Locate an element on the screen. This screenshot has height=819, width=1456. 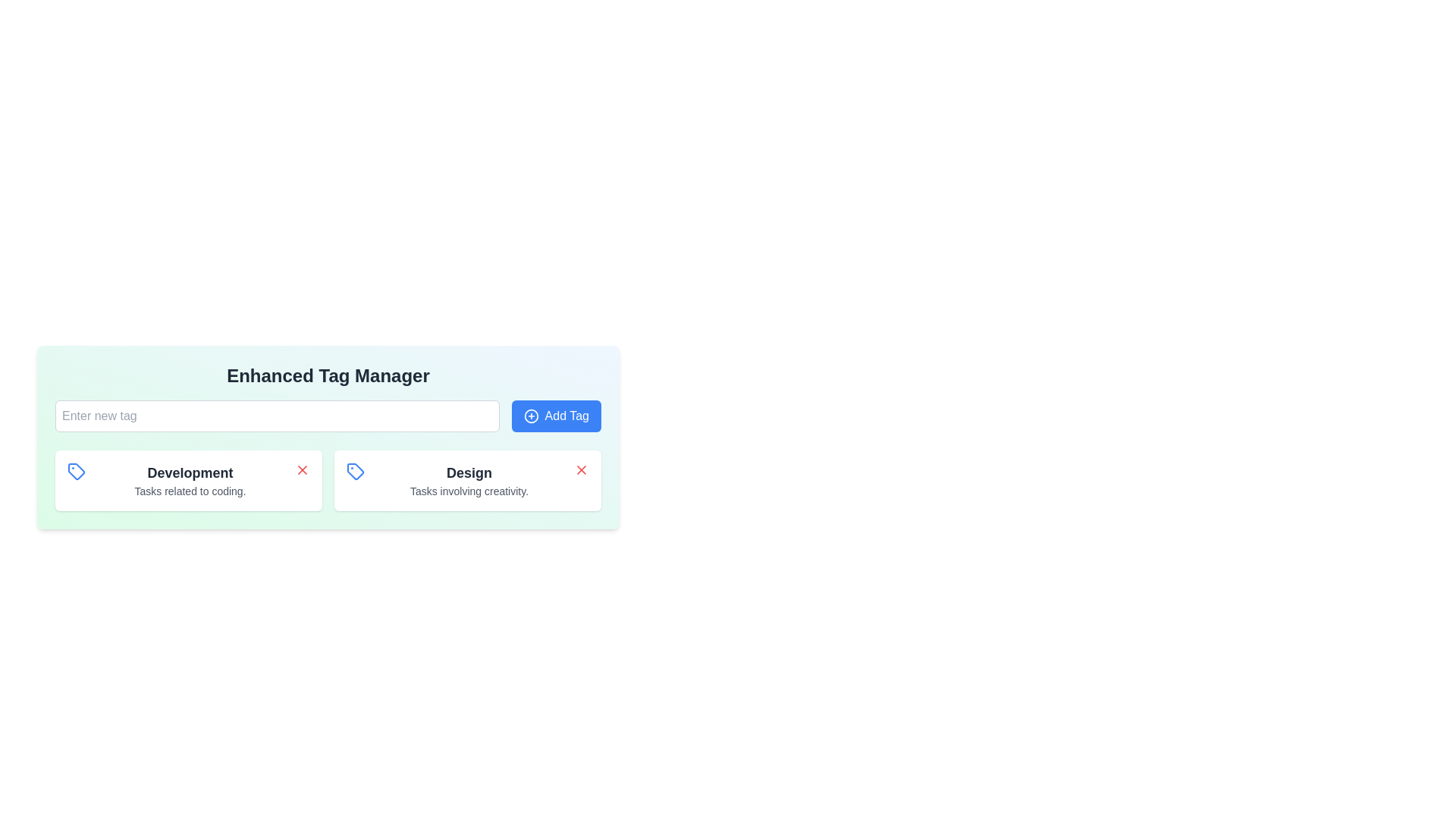
the uppermost and largest decorative vector graphic element located to the left of the 'Design' label in the Enhanced Tag Manager interface is located at coordinates (75, 470).